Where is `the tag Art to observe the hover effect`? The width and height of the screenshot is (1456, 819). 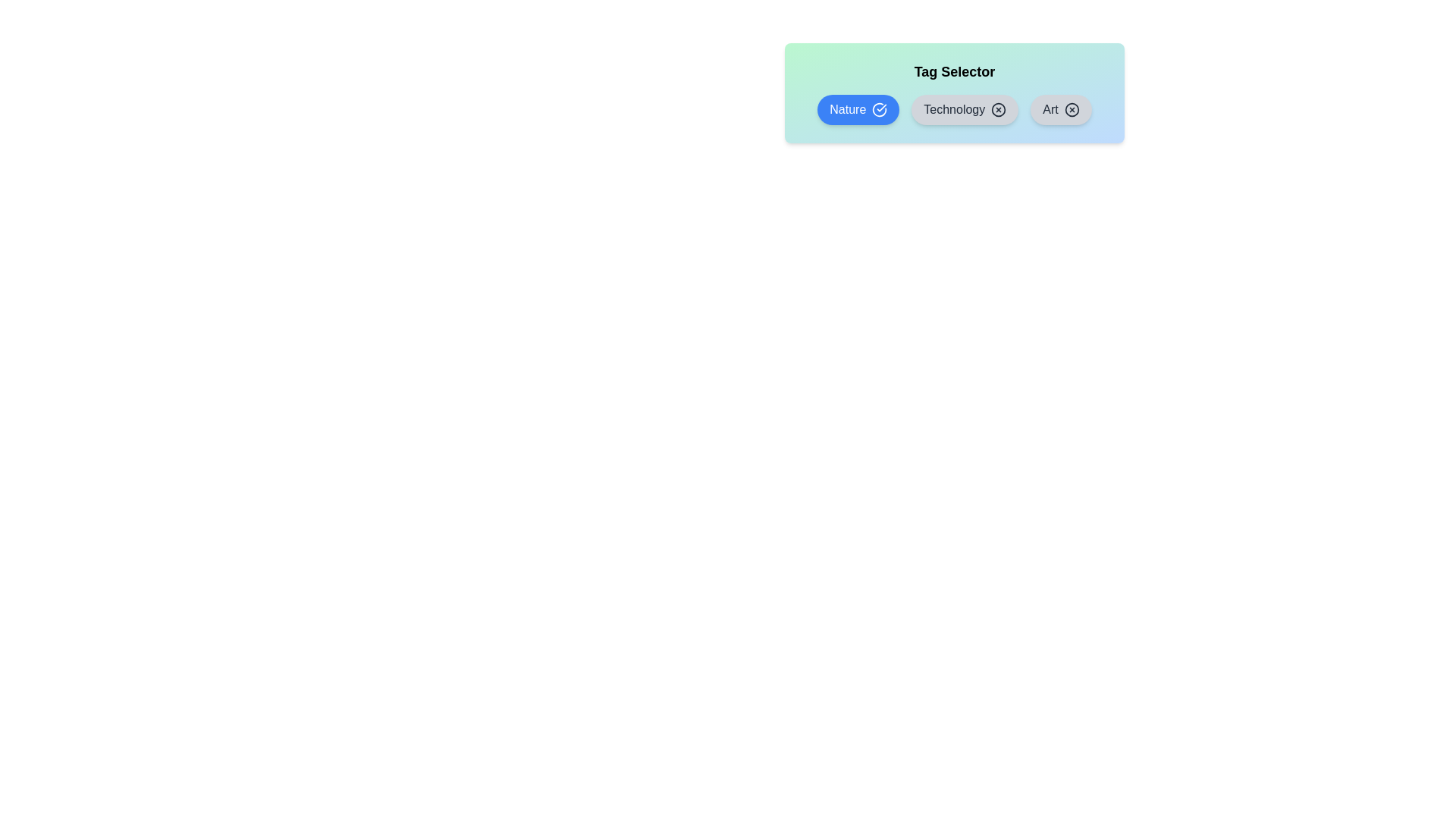 the tag Art to observe the hover effect is located at coordinates (1059, 109).